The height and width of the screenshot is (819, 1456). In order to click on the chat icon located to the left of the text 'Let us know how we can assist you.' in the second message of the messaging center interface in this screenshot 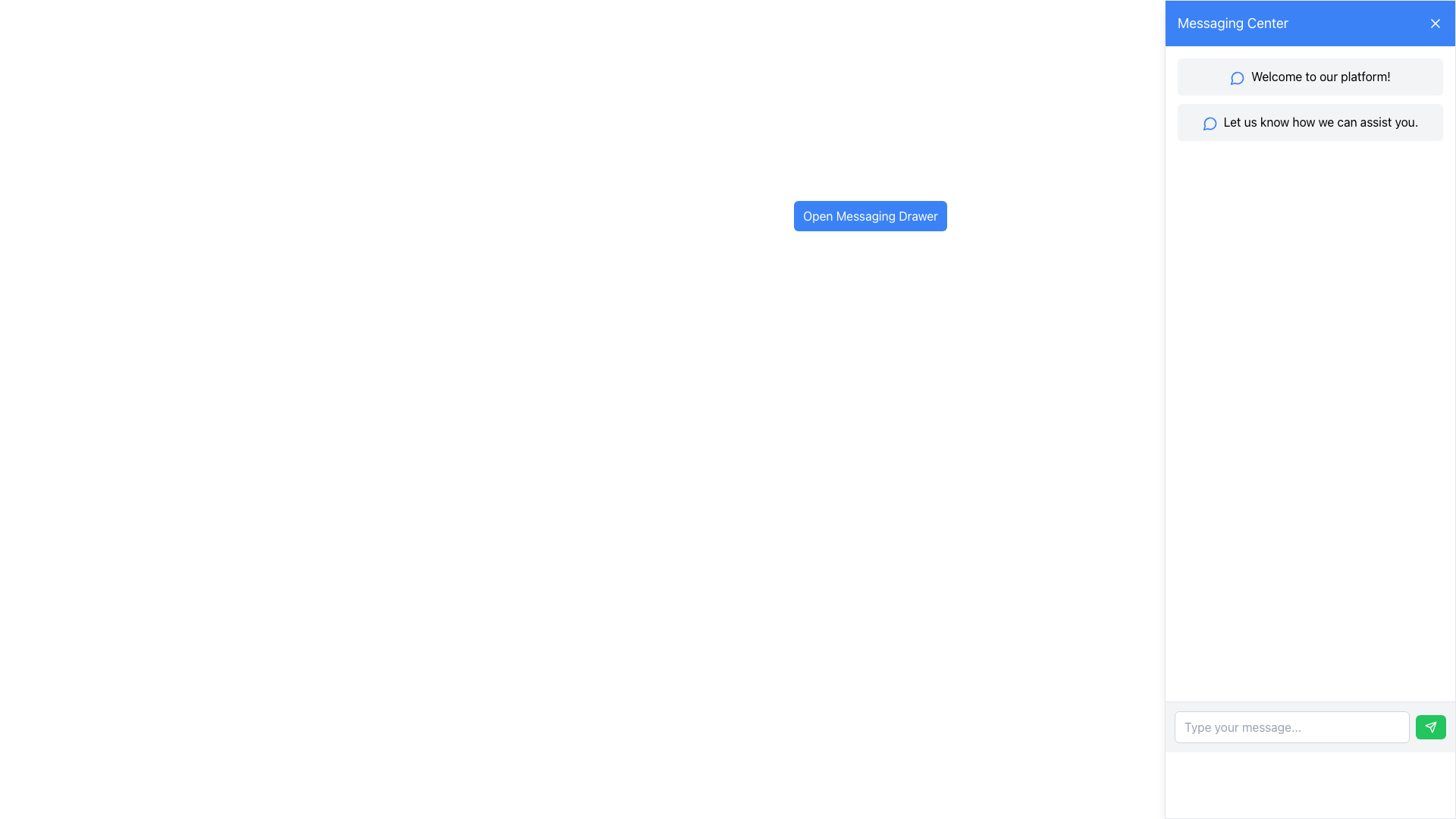, I will do `click(1209, 123)`.